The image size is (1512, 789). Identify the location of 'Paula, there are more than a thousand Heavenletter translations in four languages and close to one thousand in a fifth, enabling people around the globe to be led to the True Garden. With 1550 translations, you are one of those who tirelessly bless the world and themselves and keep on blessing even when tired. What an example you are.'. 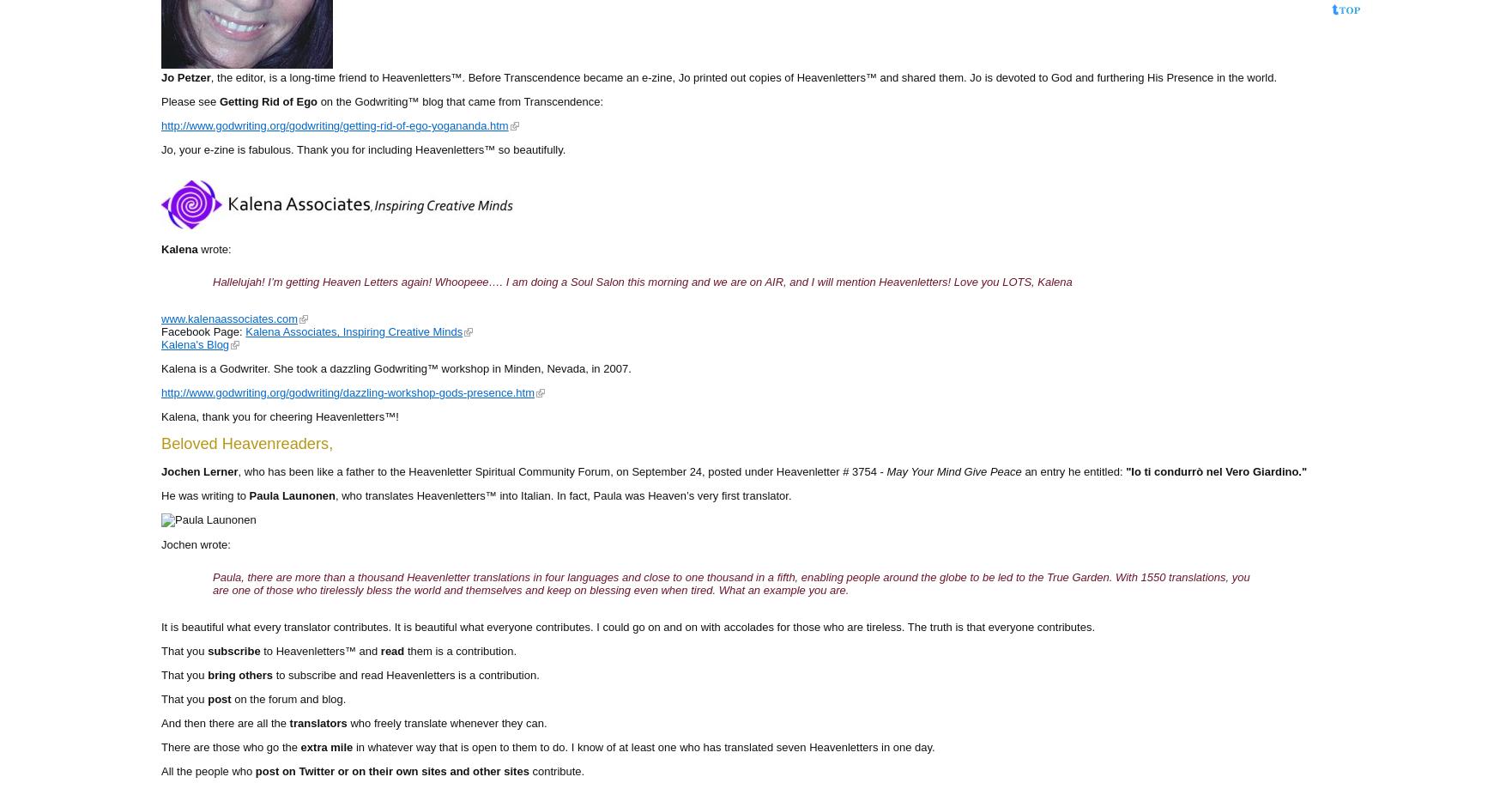
(212, 581).